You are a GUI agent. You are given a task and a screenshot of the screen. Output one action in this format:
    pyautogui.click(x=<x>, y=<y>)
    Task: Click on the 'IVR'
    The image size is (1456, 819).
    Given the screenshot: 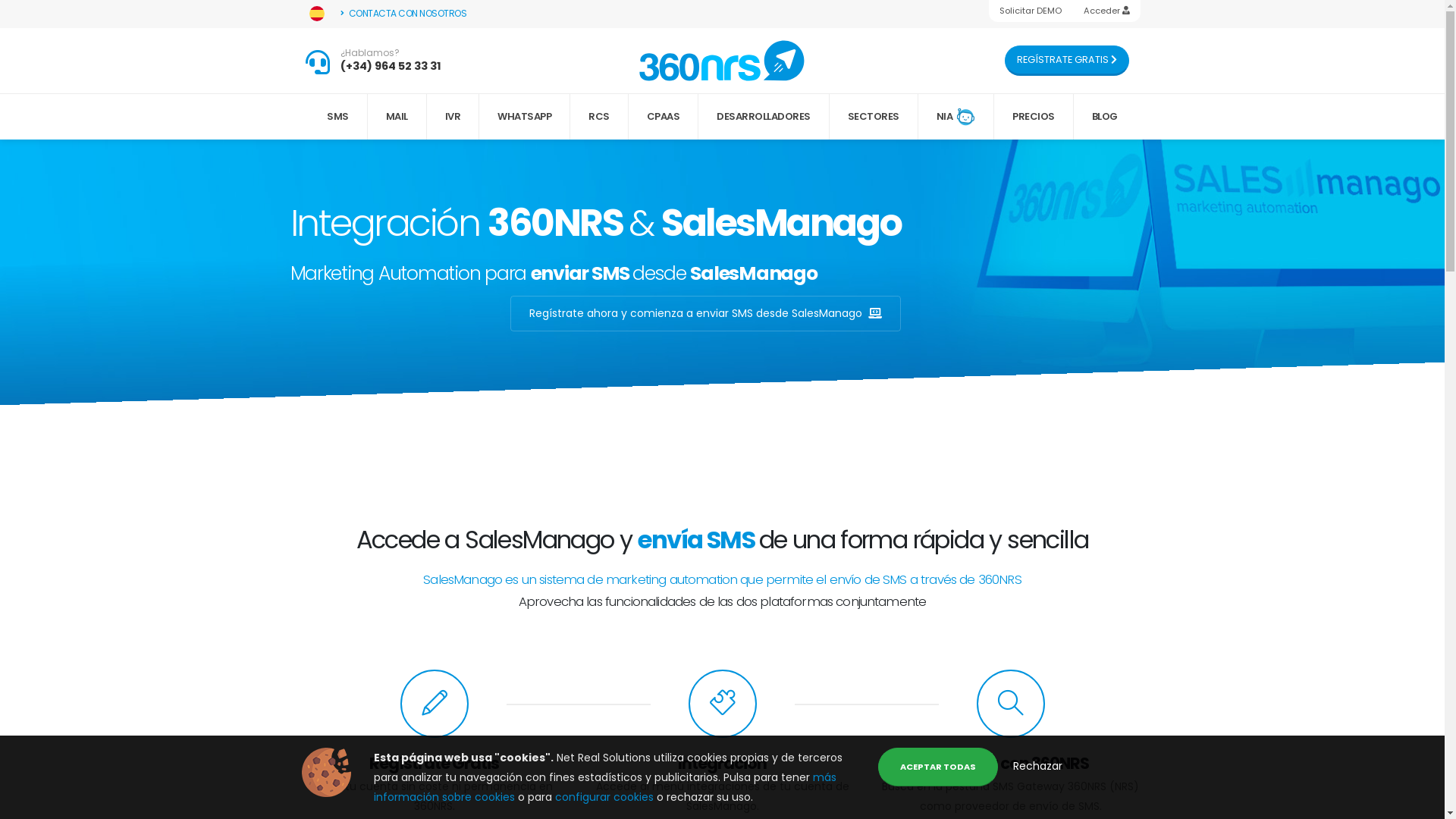 What is the action you would take?
    pyautogui.click(x=453, y=116)
    